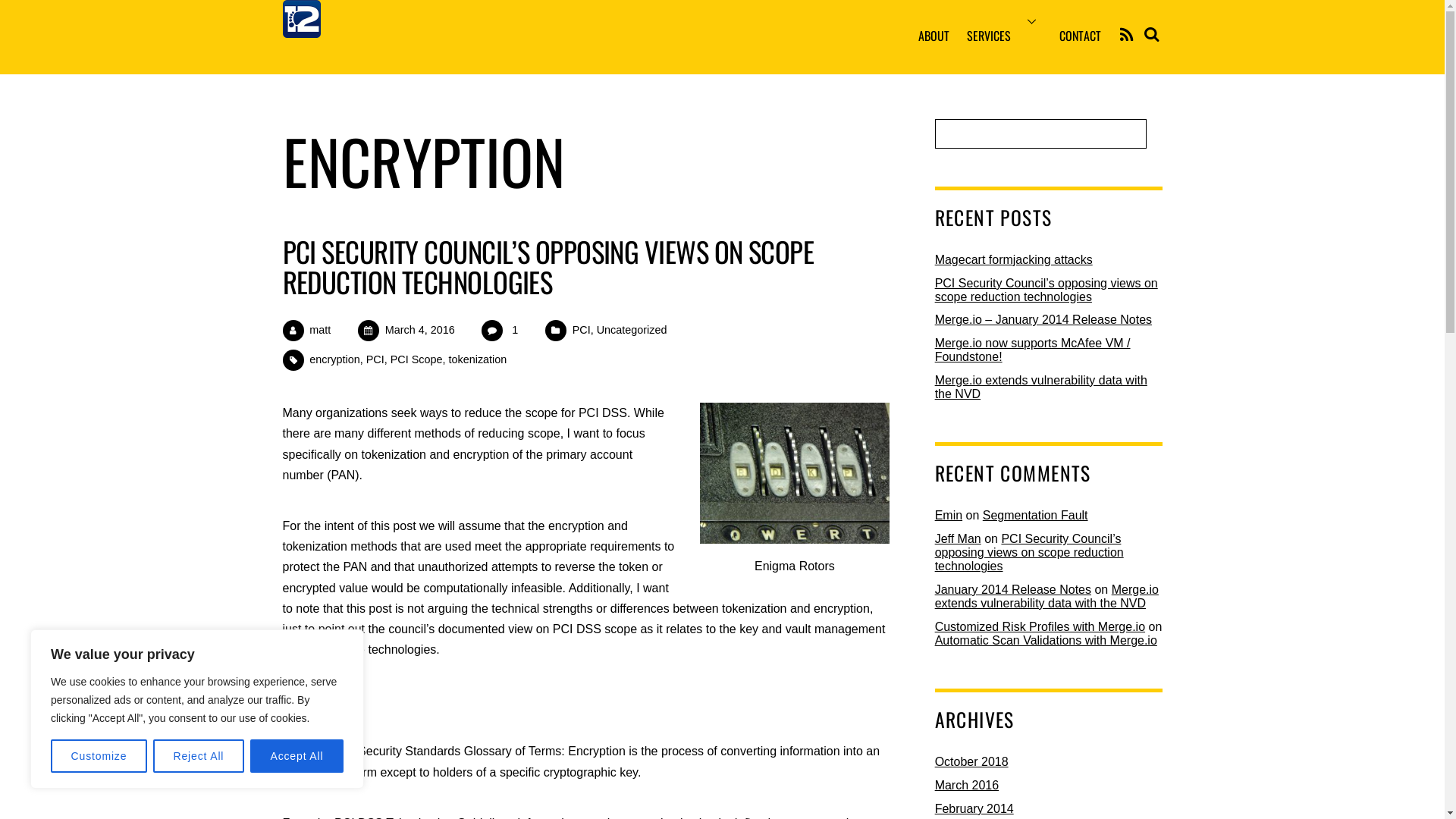  I want to click on 'Merge.io now supports McAfee VM / Foundstone!', so click(1032, 350).